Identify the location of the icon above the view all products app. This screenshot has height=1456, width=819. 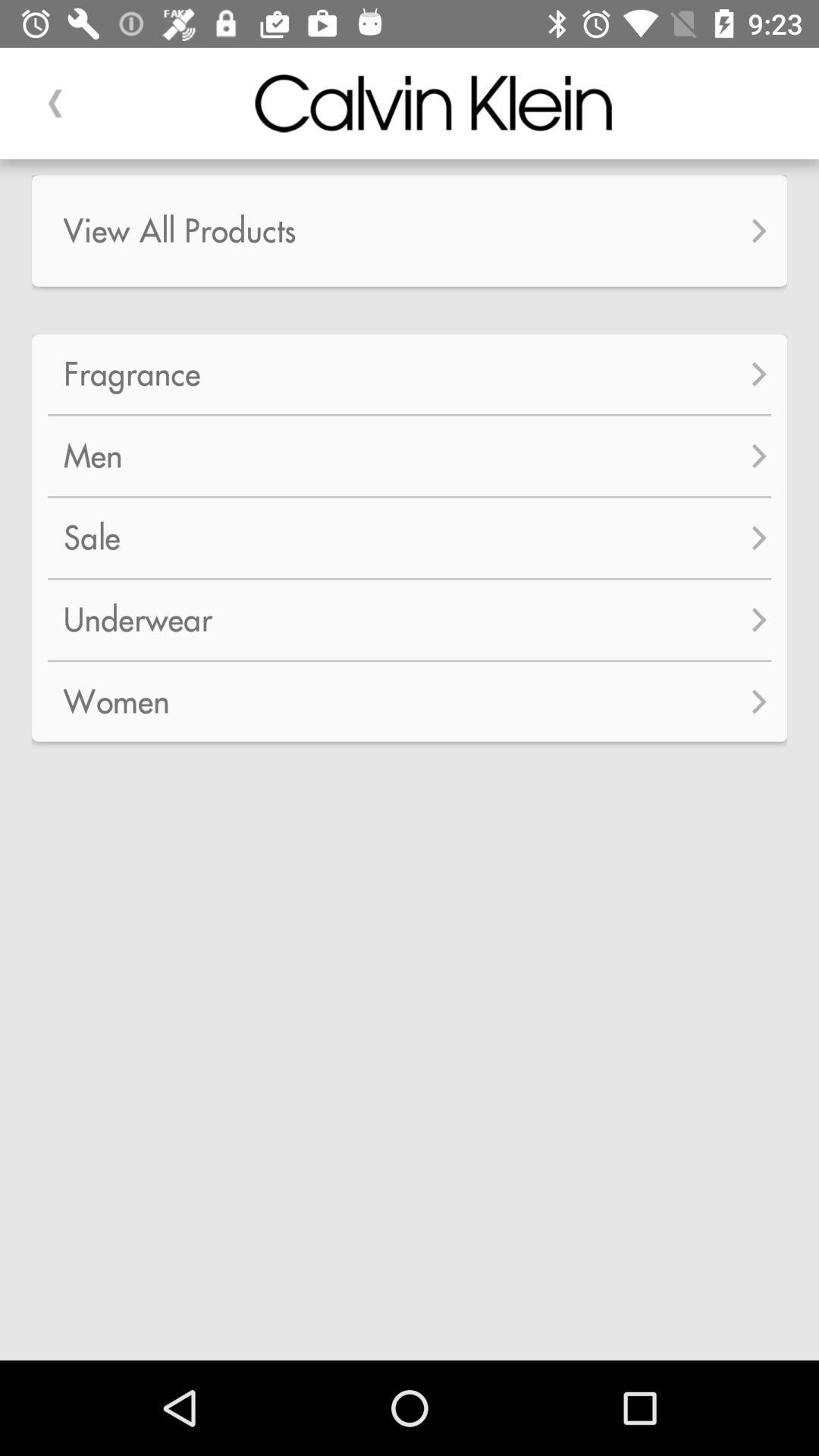
(55, 102).